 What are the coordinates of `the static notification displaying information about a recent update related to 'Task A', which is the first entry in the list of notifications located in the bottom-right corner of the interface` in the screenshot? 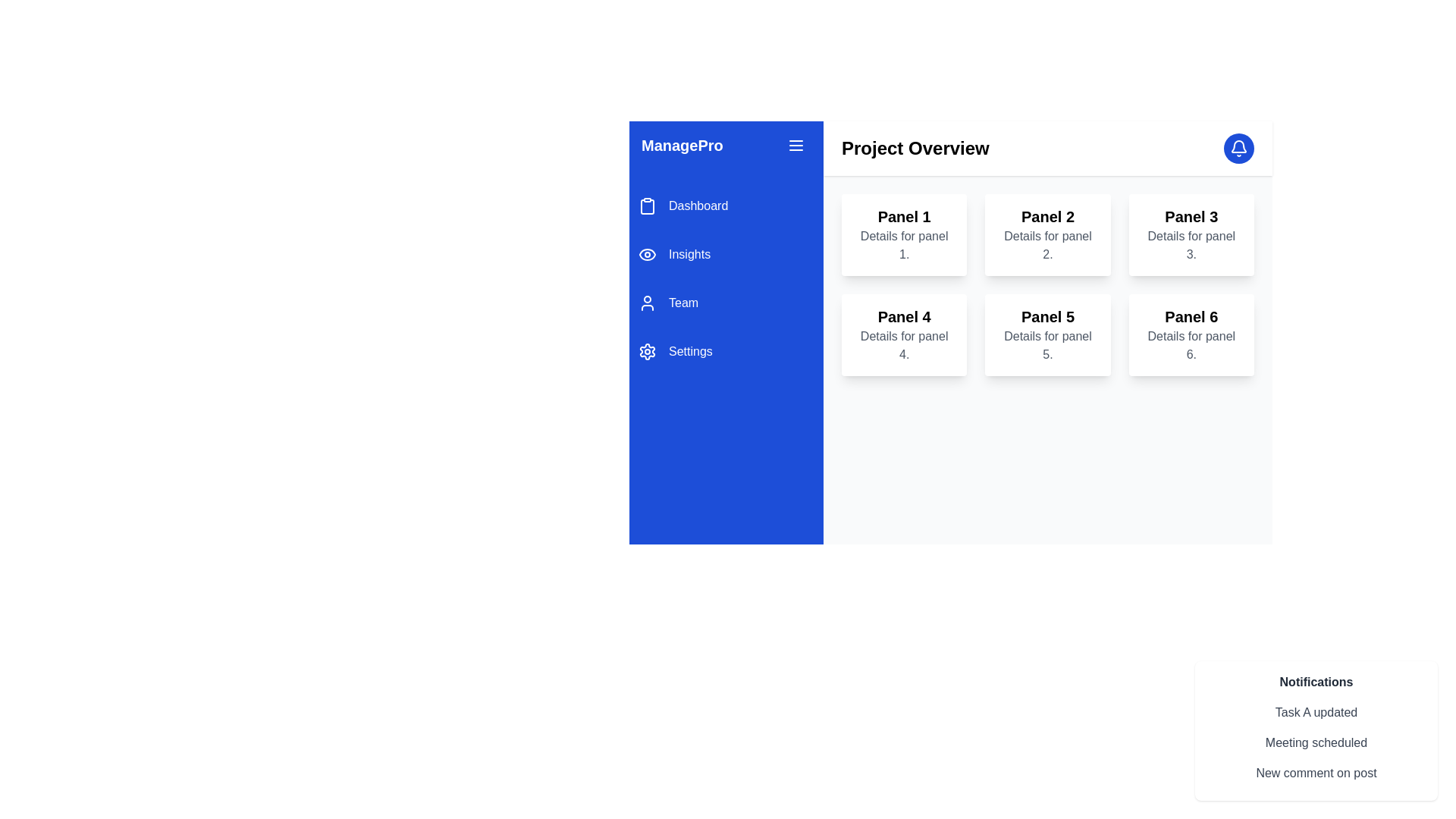 It's located at (1316, 713).